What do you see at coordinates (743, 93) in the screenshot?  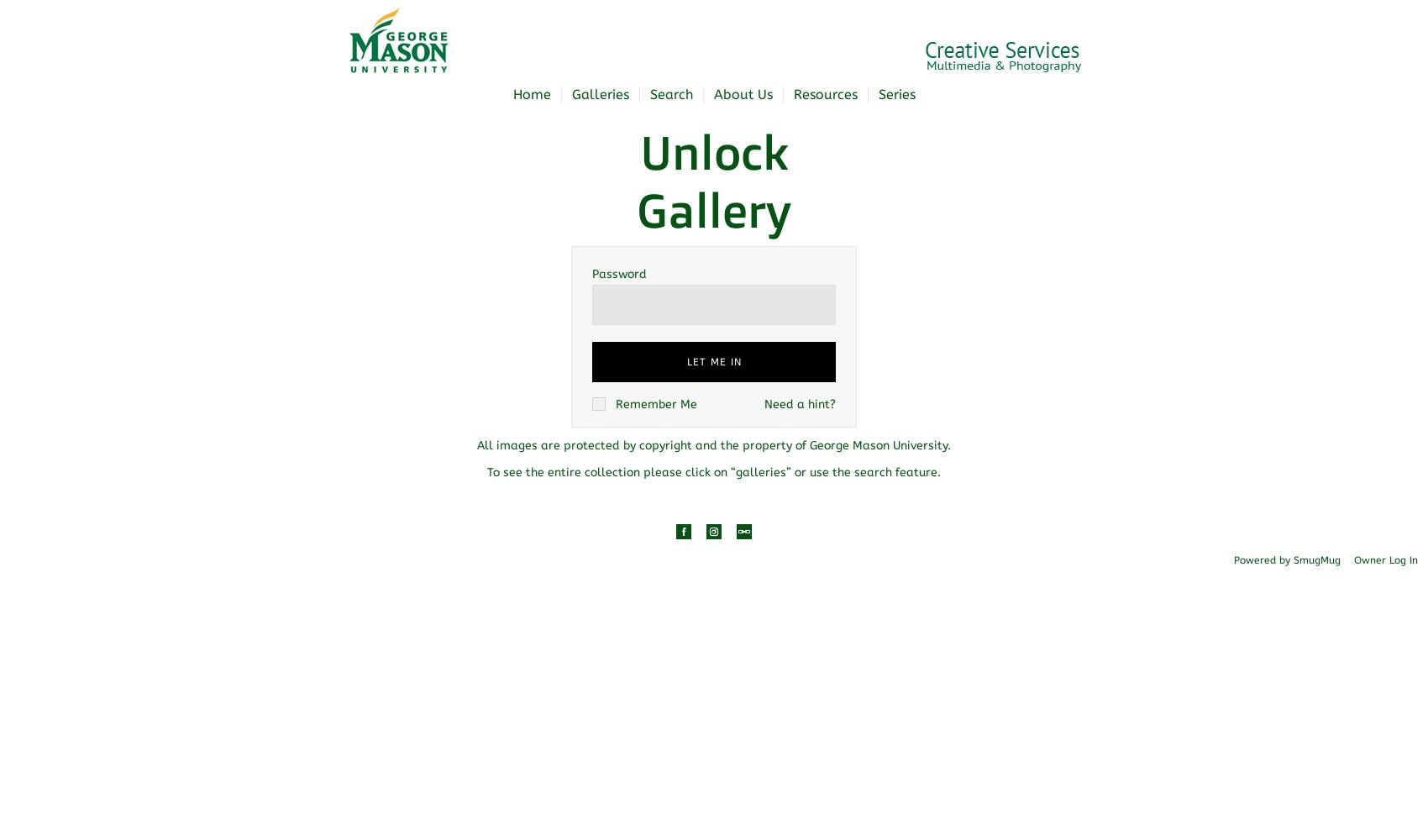 I see `'About Us'` at bounding box center [743, 93].